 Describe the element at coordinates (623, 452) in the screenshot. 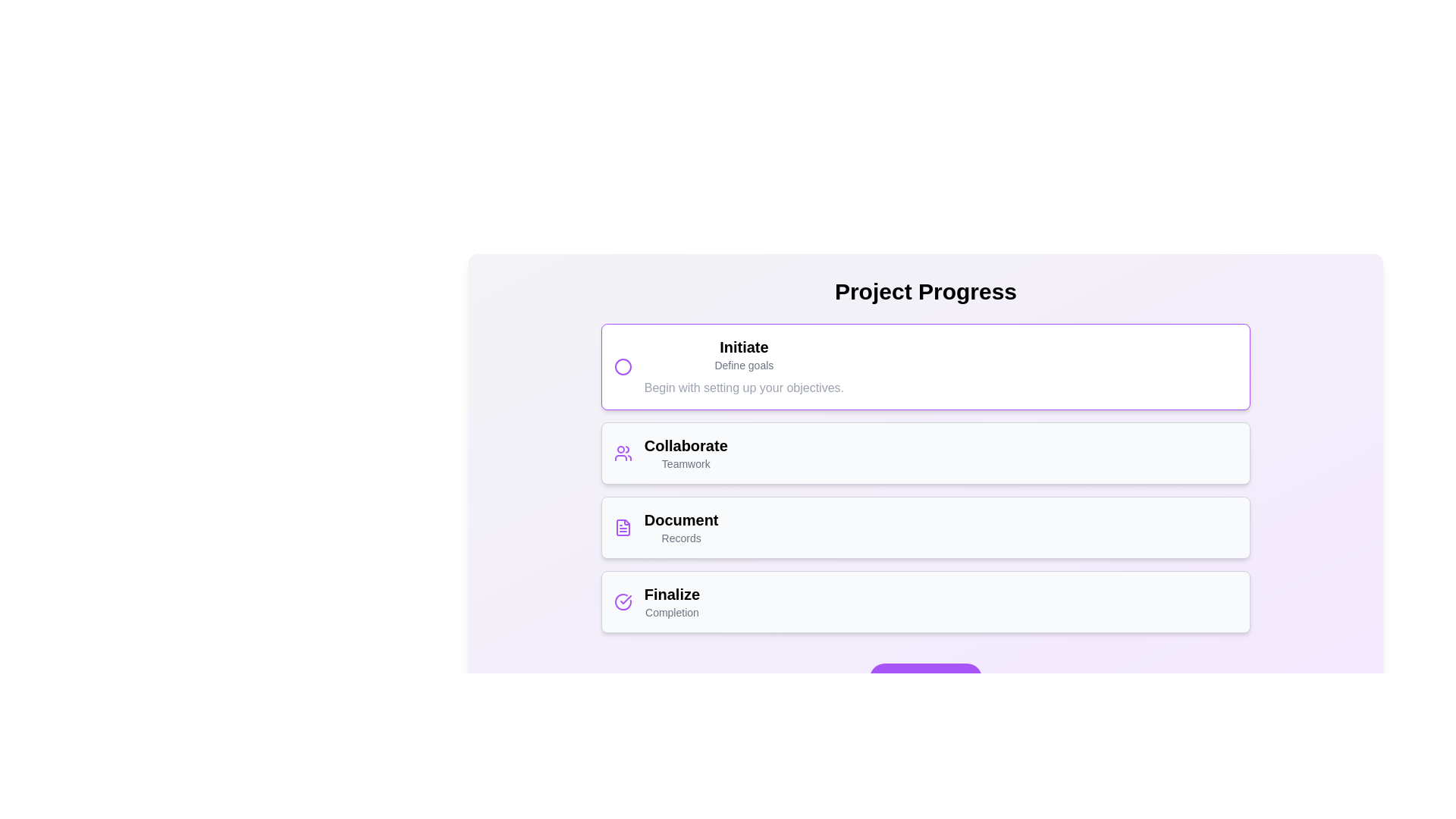

I see `the collaboration icon located in the 'Collaborate' section, positioned to the far-left of the section before the 'Collaborate' title text` at that location.